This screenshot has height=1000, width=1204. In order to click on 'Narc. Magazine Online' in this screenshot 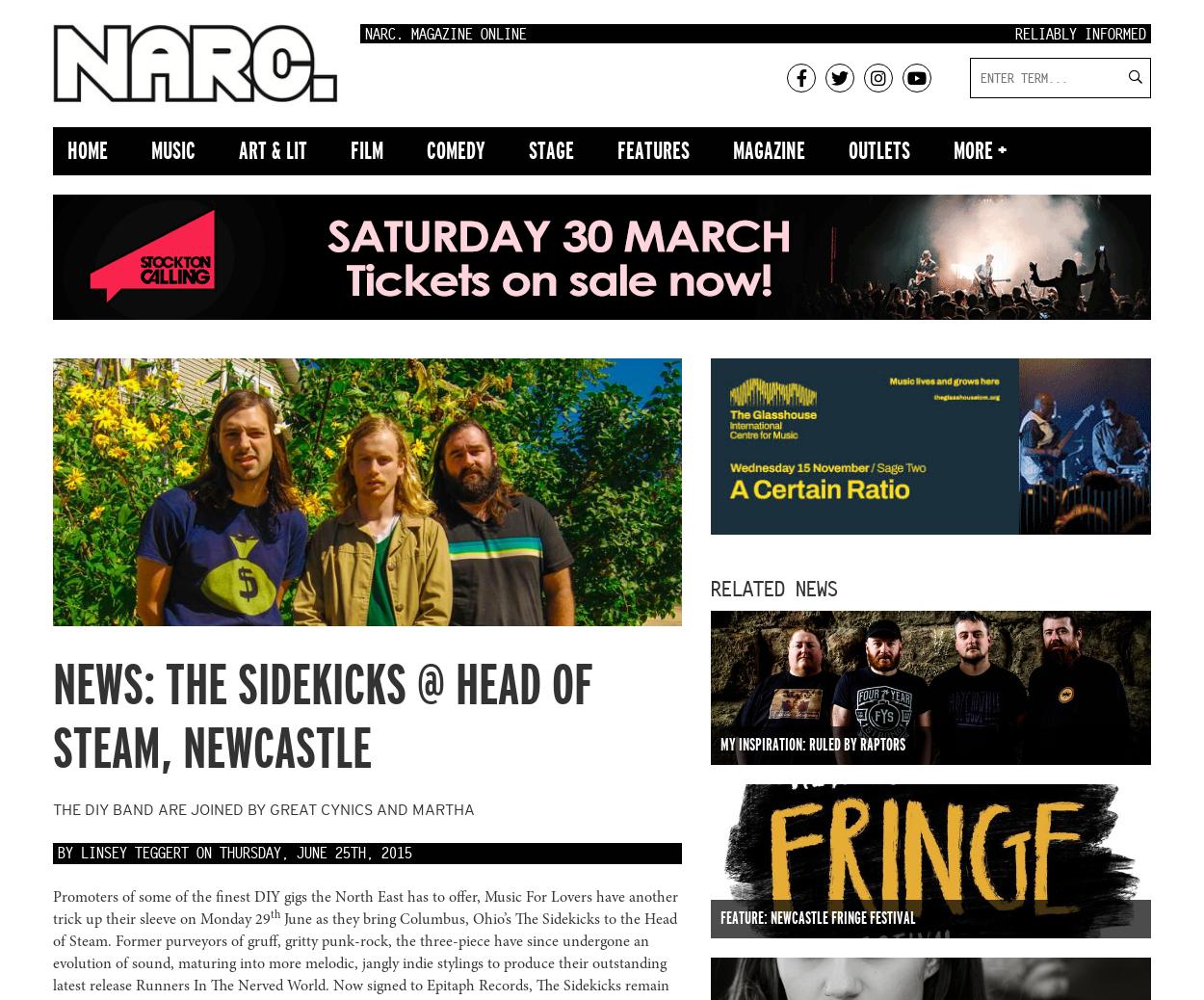, I will do `click(365, 34)`.